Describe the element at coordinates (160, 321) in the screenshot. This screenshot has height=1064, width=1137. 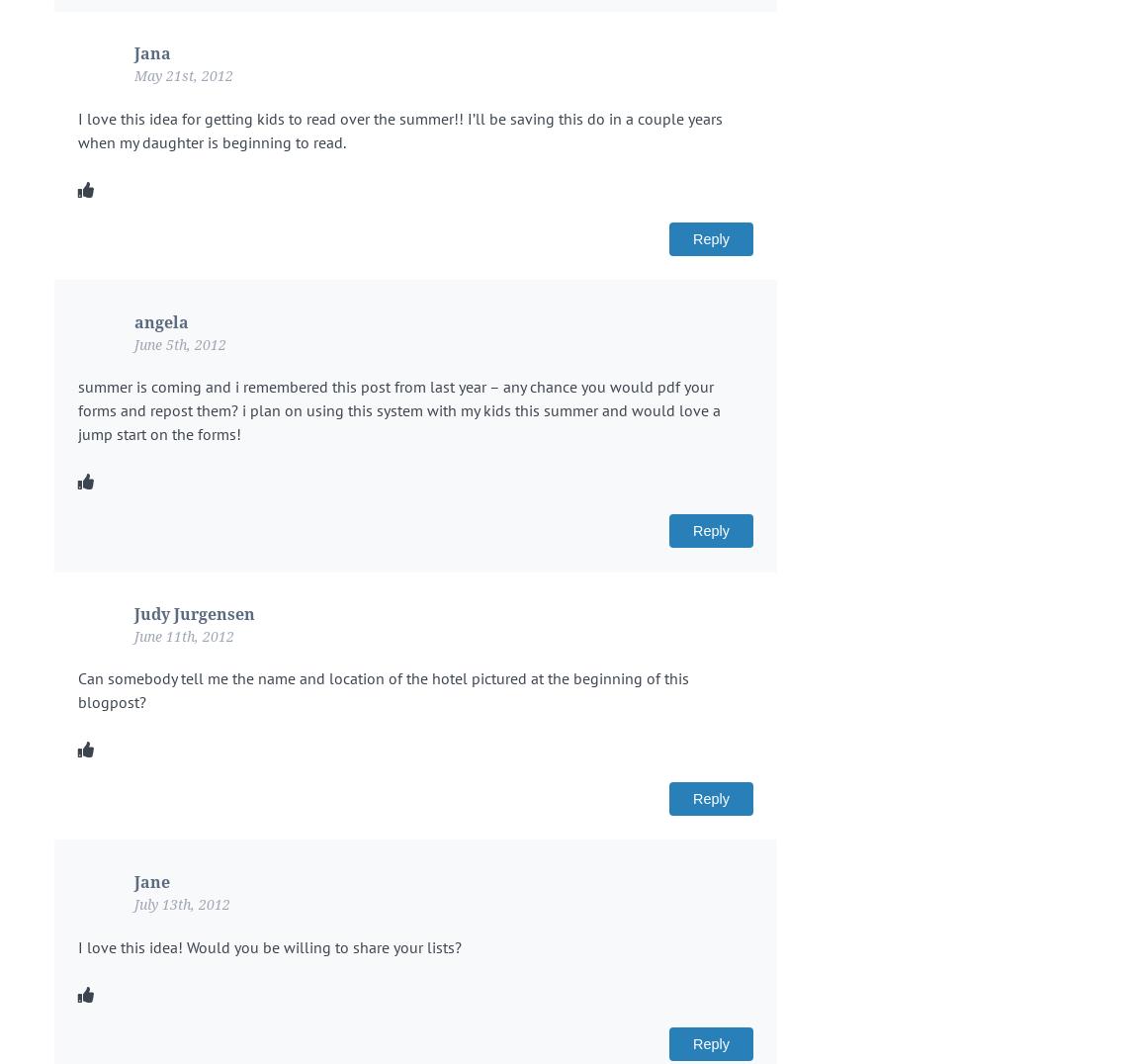
I see `'angela'` at that location.